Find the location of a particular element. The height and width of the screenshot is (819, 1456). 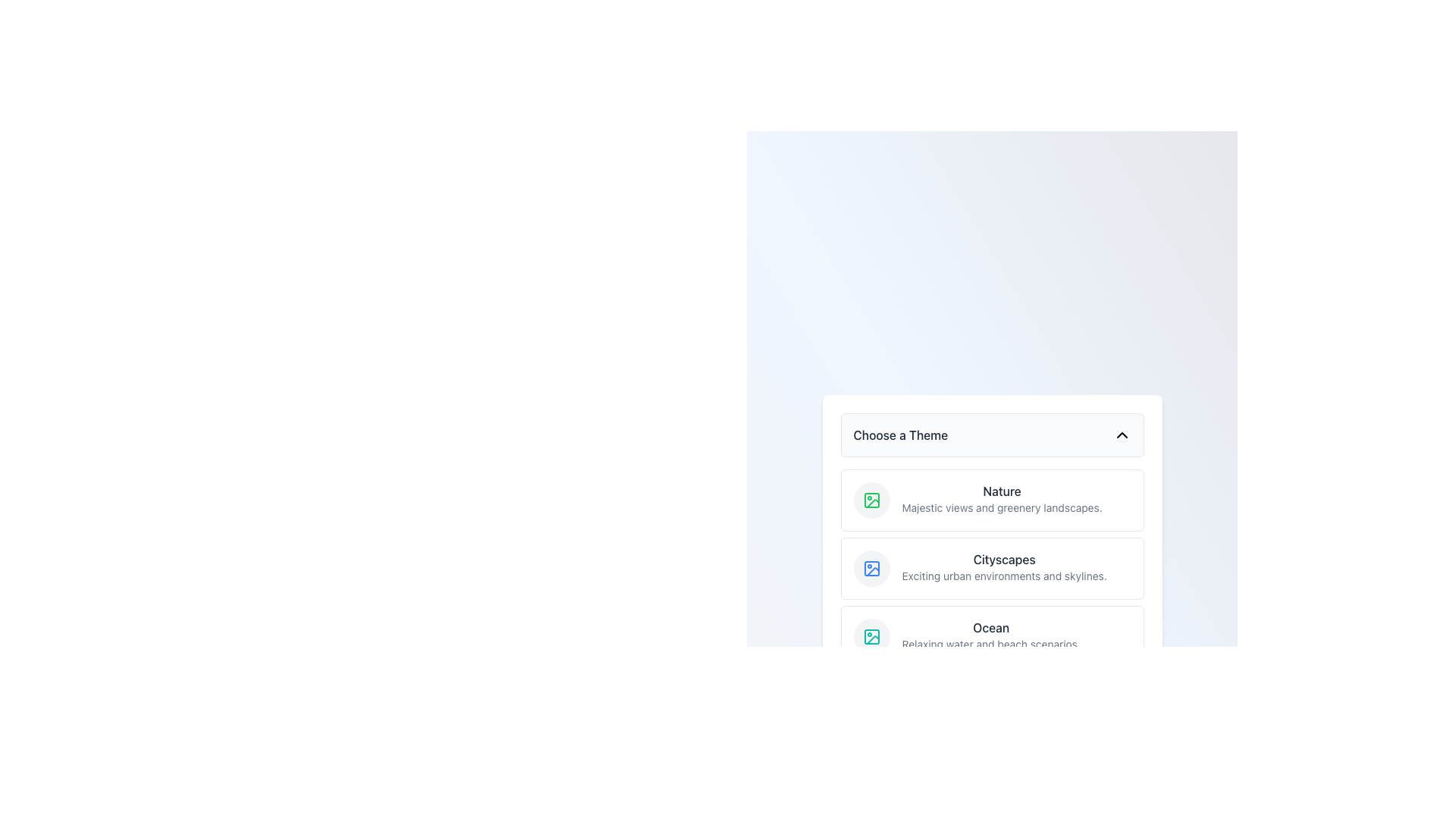

the green framed picture icon representing the 'Nature' option in the selection menu, which includes 'Cityscapes' and 'Ocean.' is located at coordinates (871, 500).